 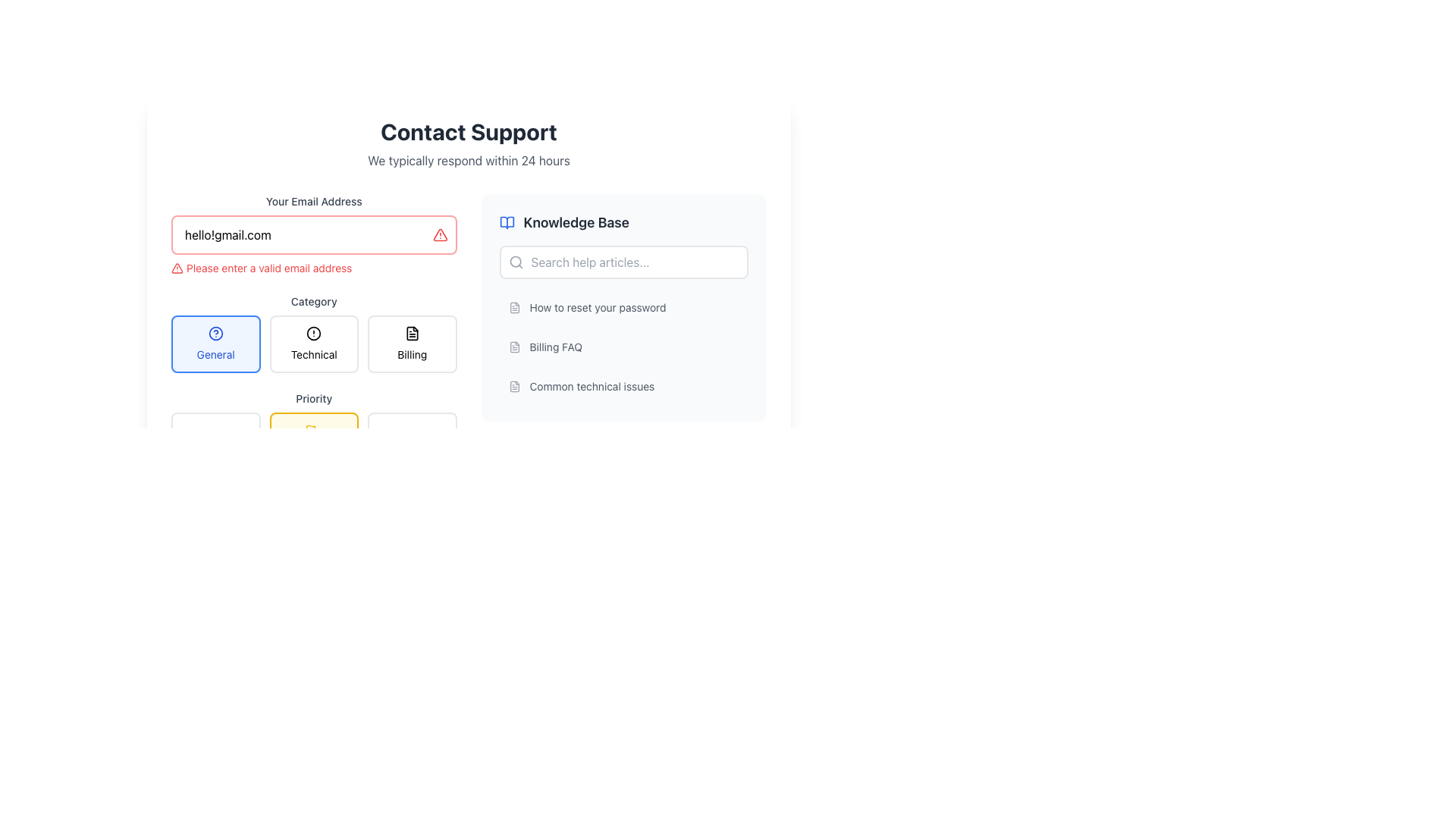 What do you see at coordinates (555, 347) in the screenshot?
I see `the text label that provides information about FAQs related to billing, located under the 'Knowledge Base' category, which is the second item in the list of texts and icons` at bounding box center [555, 347].